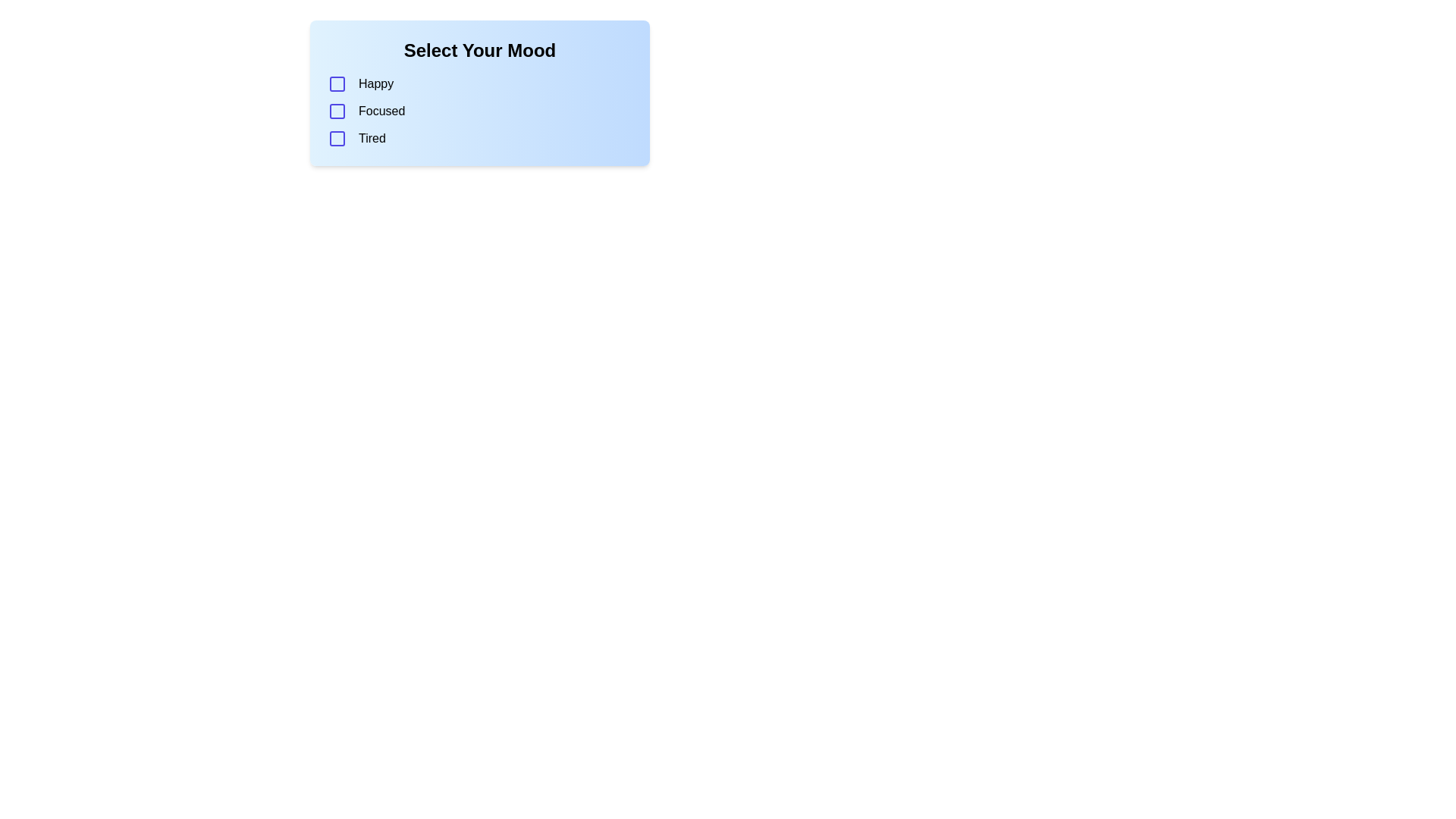  Describe the element at coordinates (337, 110) in the screenshot. I see `the checkbox labeled 'Focused'` at that location.